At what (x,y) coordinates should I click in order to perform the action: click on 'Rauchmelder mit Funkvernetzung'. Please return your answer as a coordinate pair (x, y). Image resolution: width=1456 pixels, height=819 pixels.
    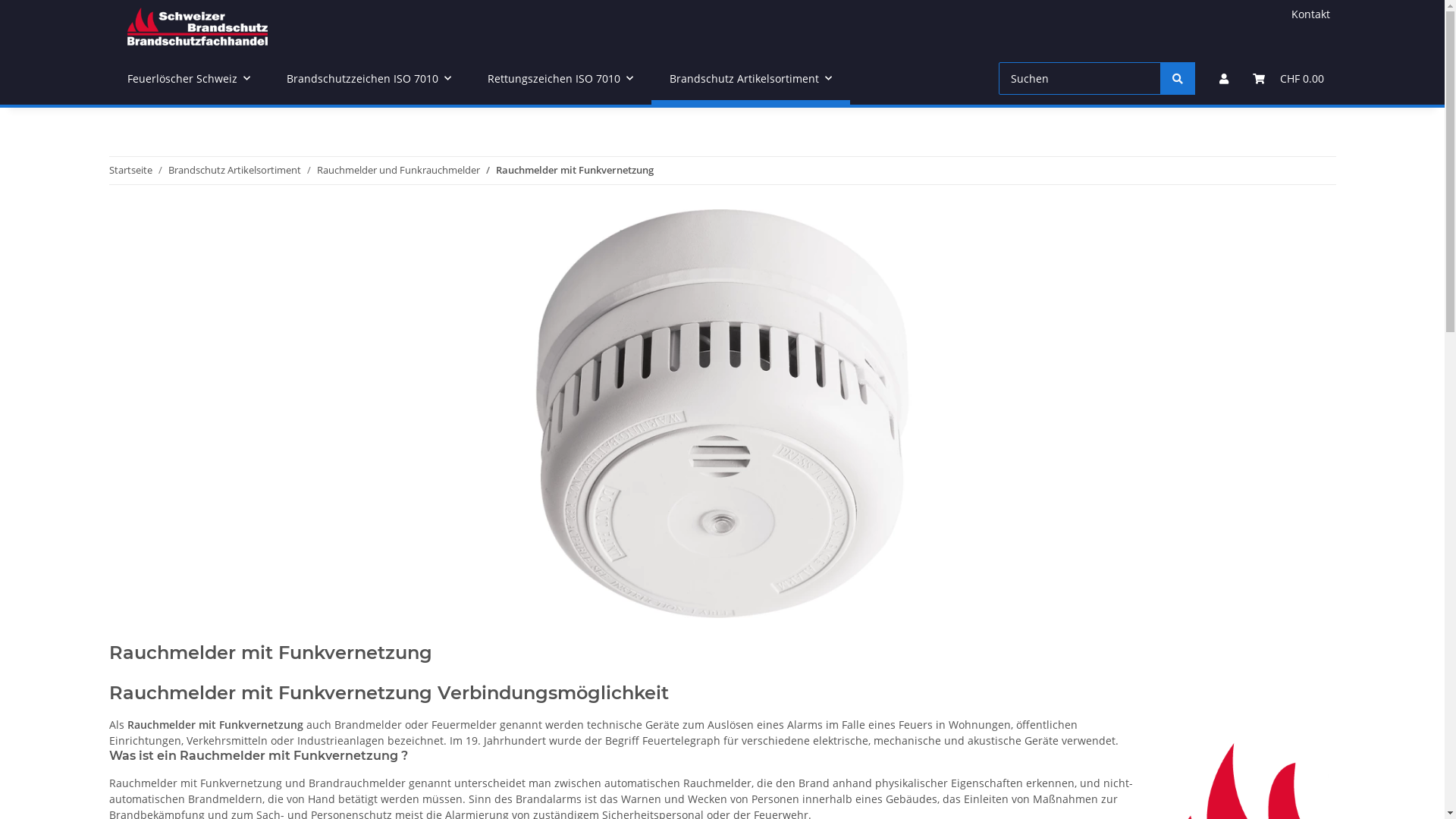
    Looking at the image, I should click on (574, 170).